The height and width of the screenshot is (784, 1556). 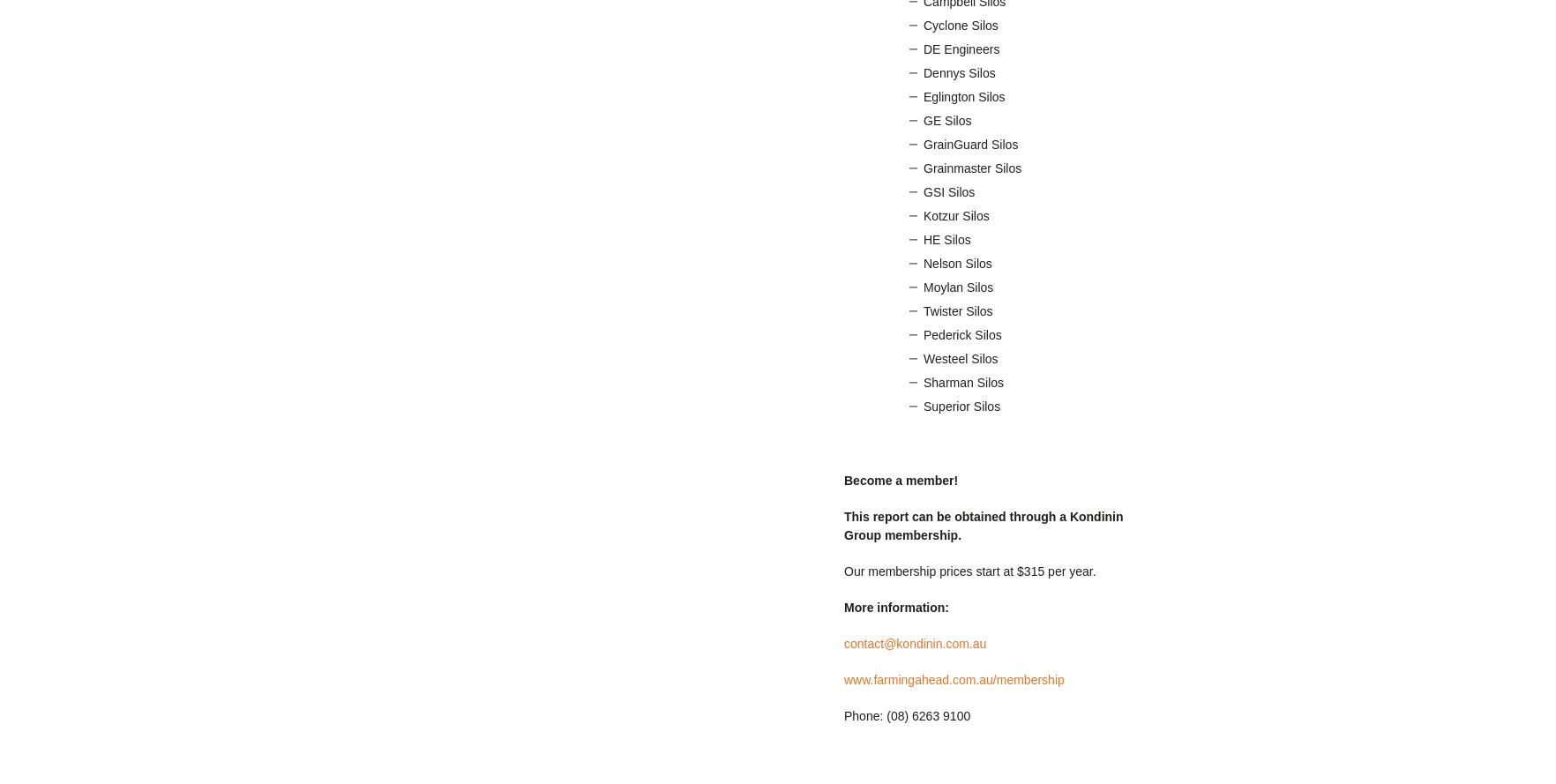 What do you see at coordinates (923, 145) in the screenshot?
I see `'GrainGuard Silos'` at bounding box center [923, 145].